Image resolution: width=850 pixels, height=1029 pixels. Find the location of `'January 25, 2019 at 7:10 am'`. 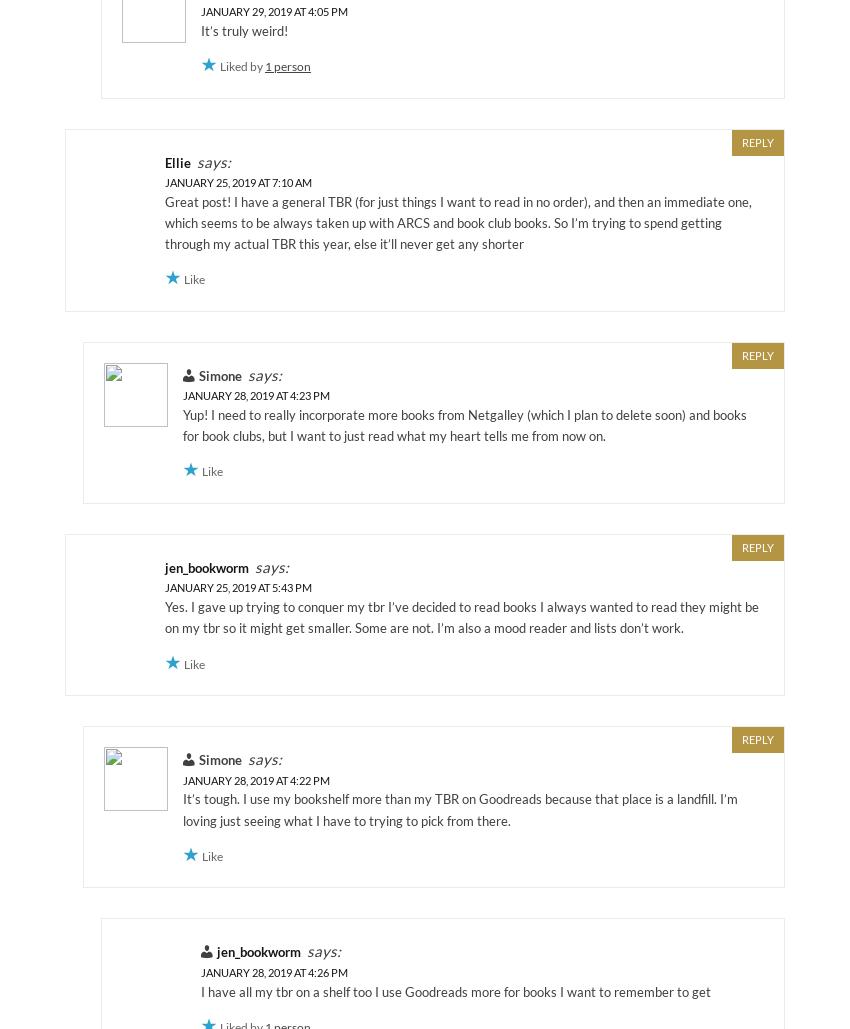

'January 25, 2019 at 7:10 am' is located at coordinates (164, 182).